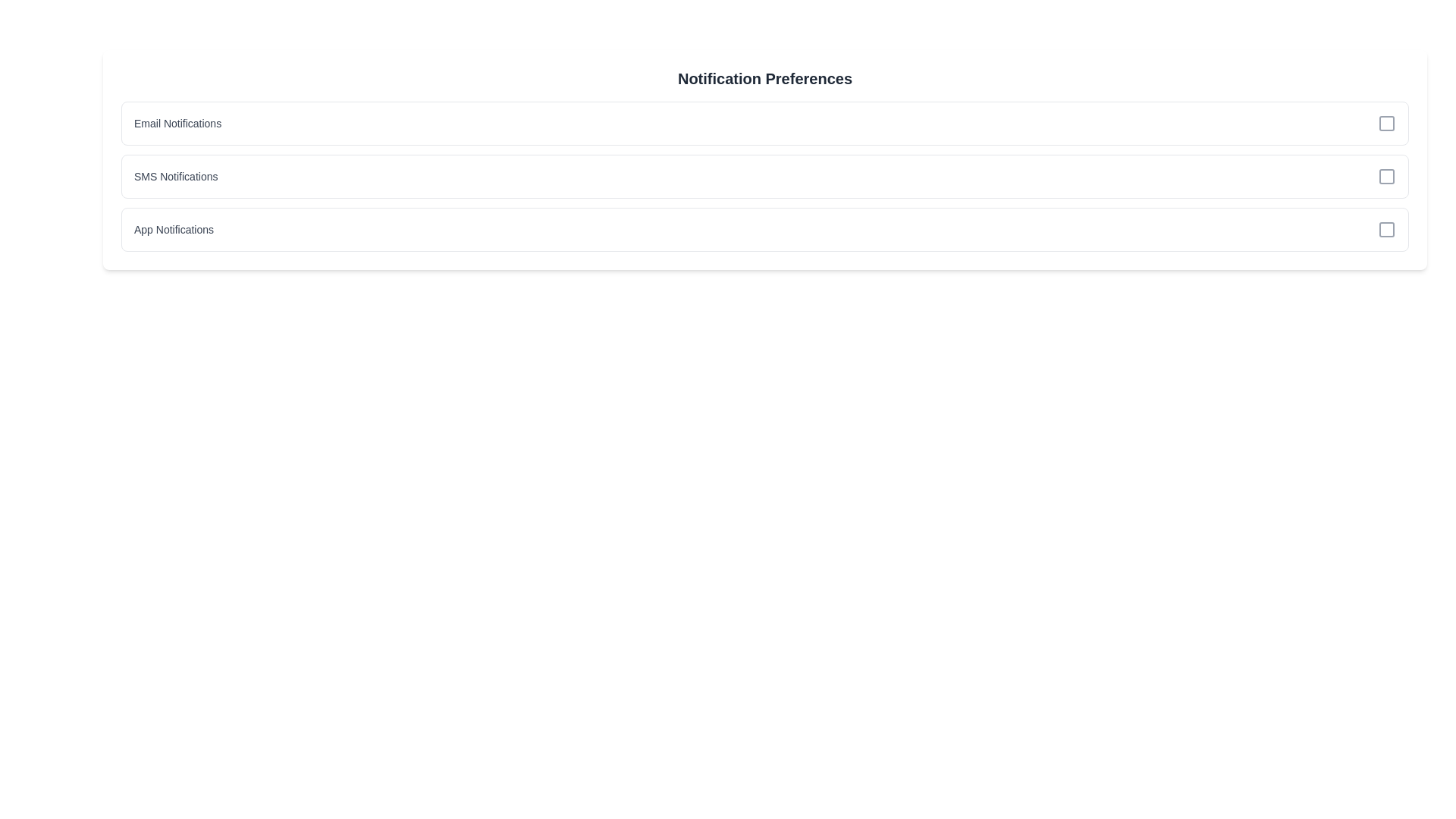 This screenshot has width=1456, height=819. I want to click on the Checkbox icon located to the far right of the 'Email Notifications' row, so click(1386, 122).